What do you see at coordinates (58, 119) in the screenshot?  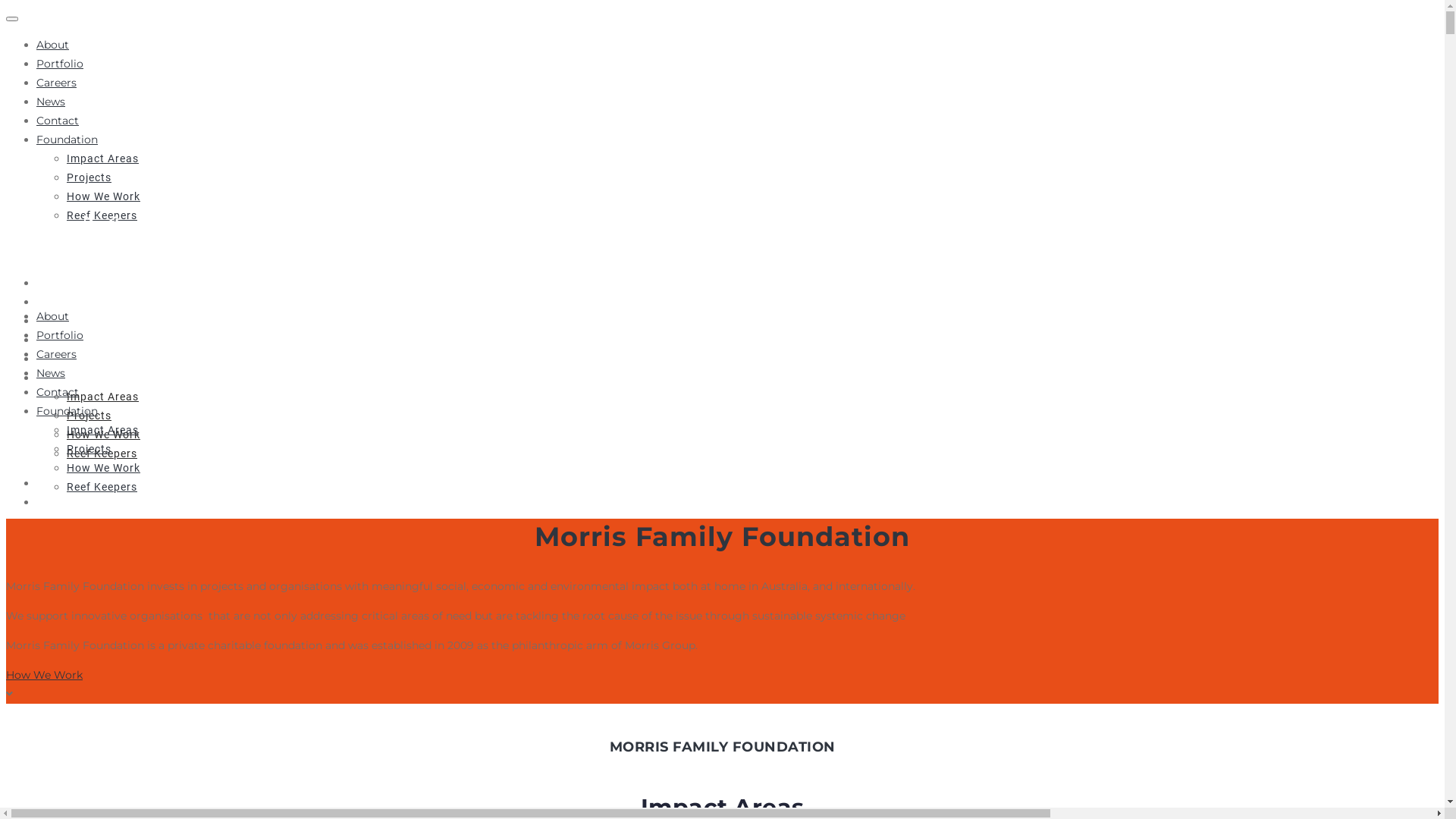 I see `'Contact'` at bounding box center [58, 119].